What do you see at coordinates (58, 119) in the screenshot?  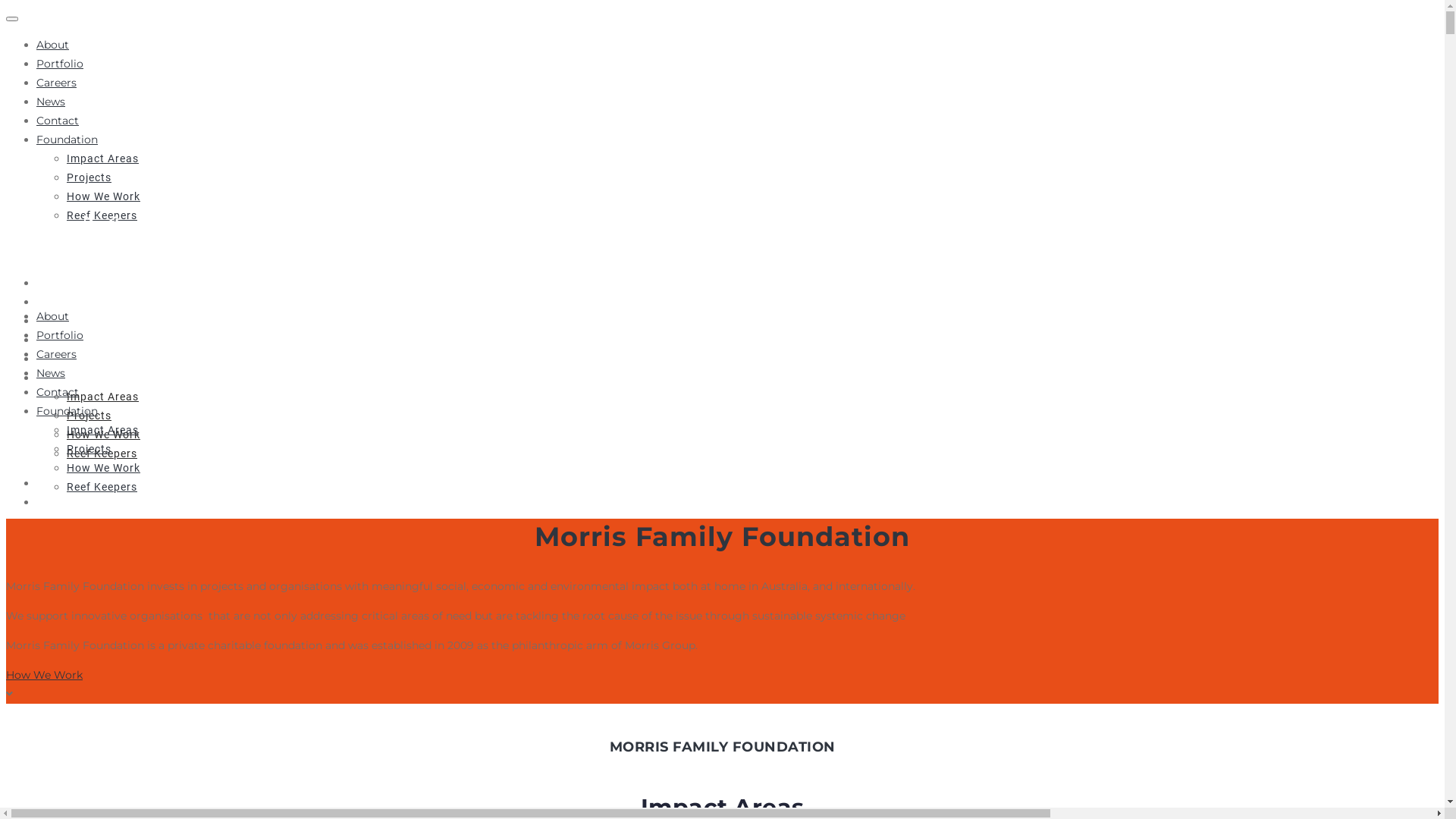 I see `'Contact'` at bounding box center [58, 119].